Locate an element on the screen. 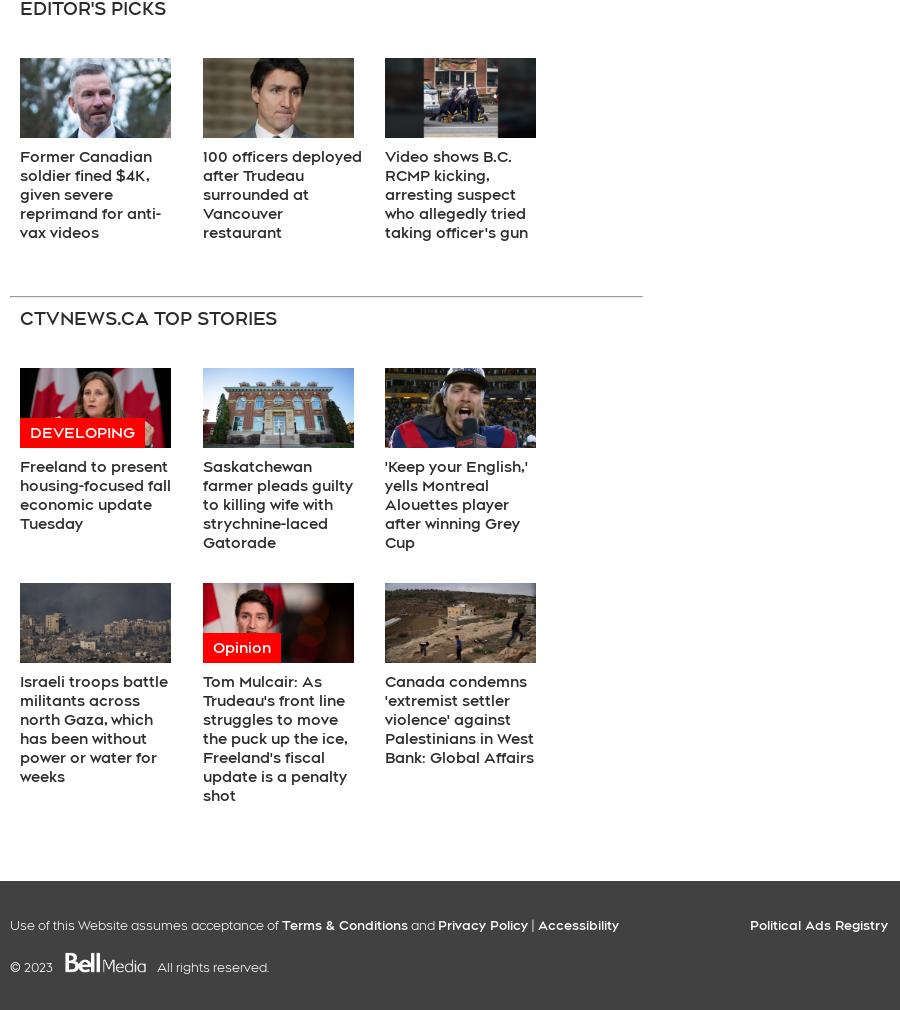 The image size is (900, 1010). 'Video shows B.C. RCMP kicking, arresting suspect who allegedly tried taking officer's gun' is located at coordinates (455, 193).